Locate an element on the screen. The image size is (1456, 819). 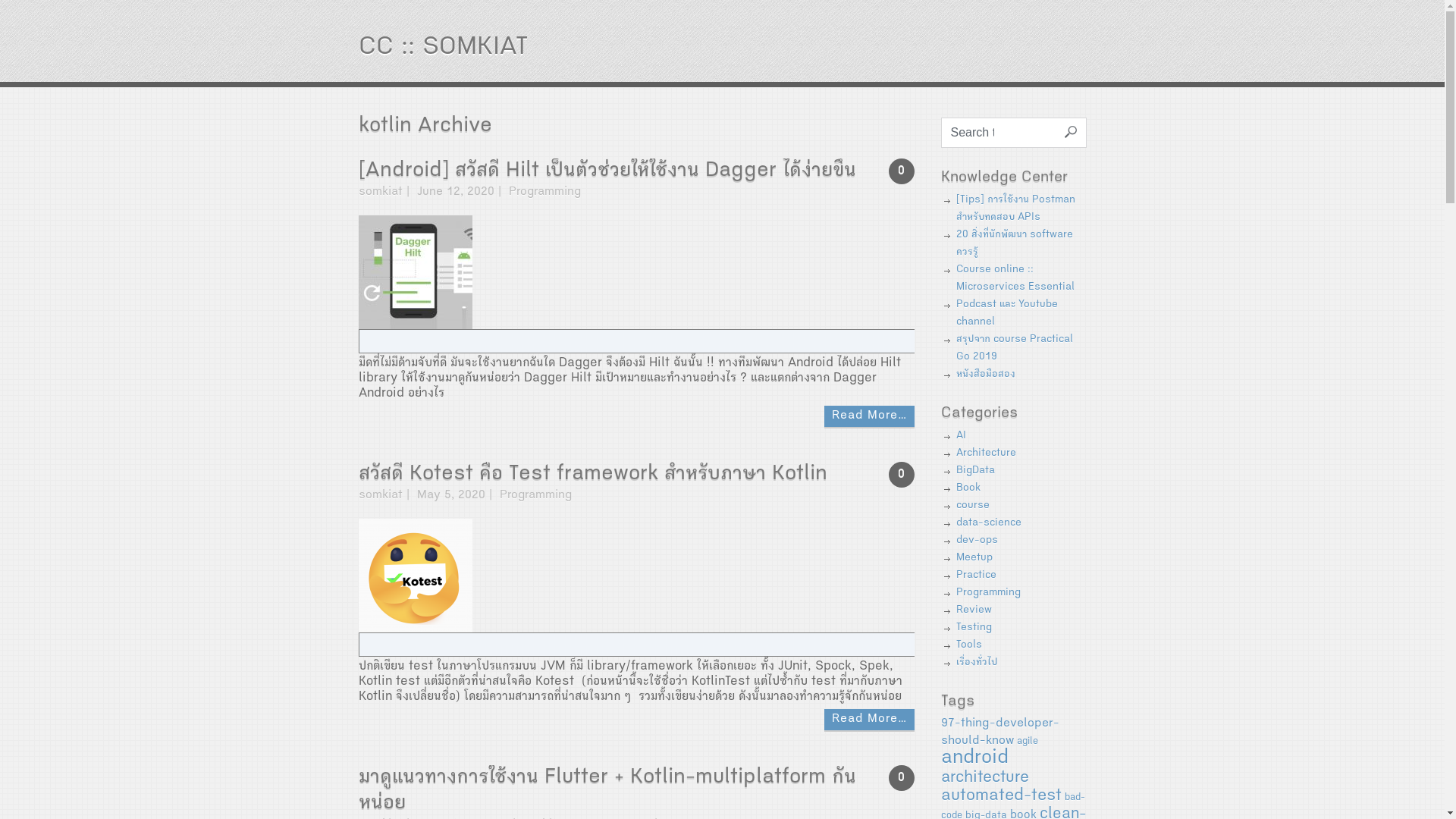
'data-science' is located at coordinates (987, 522).